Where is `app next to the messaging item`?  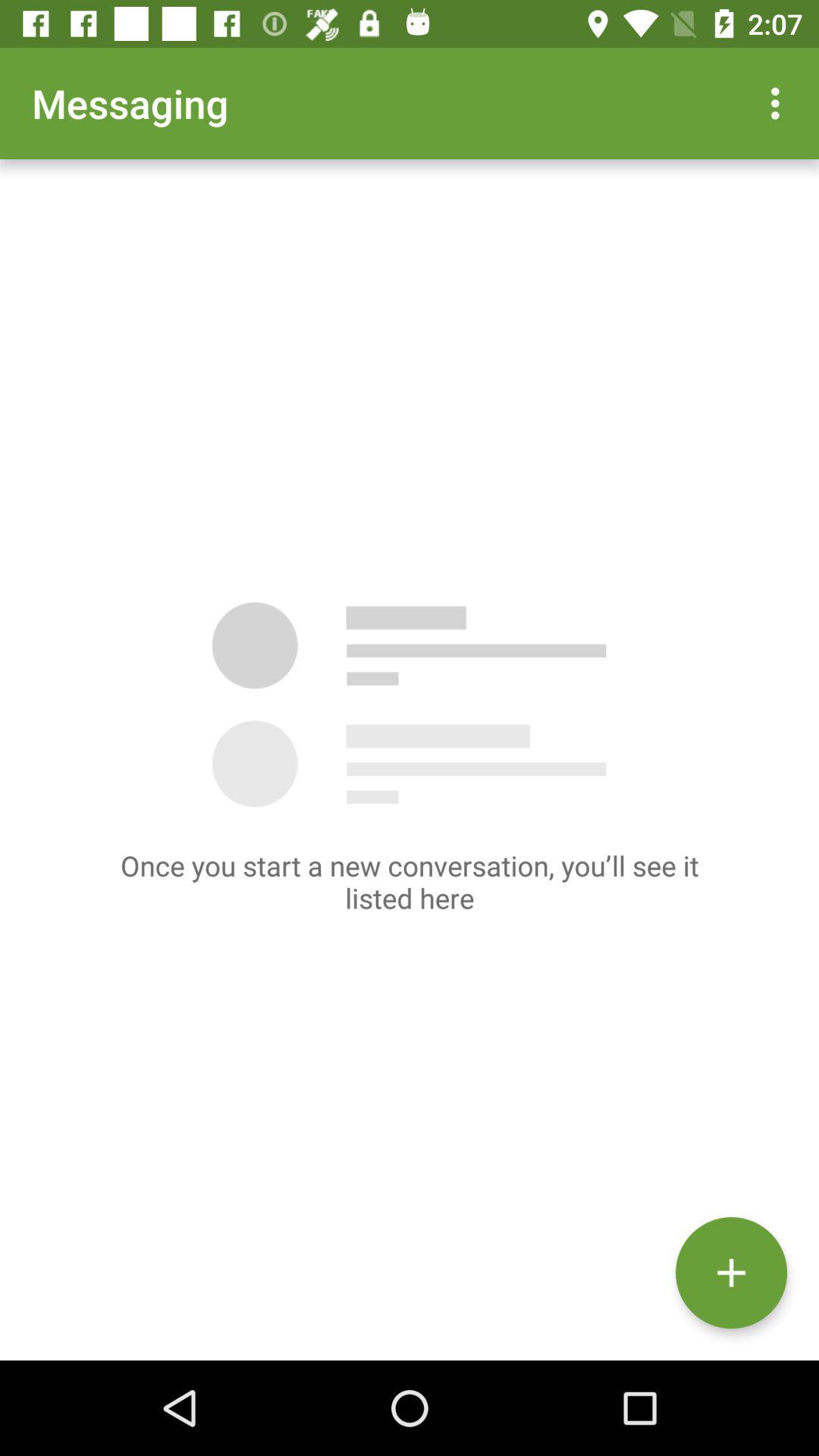 app next to the messaging item is located at coordinates (779, 102).